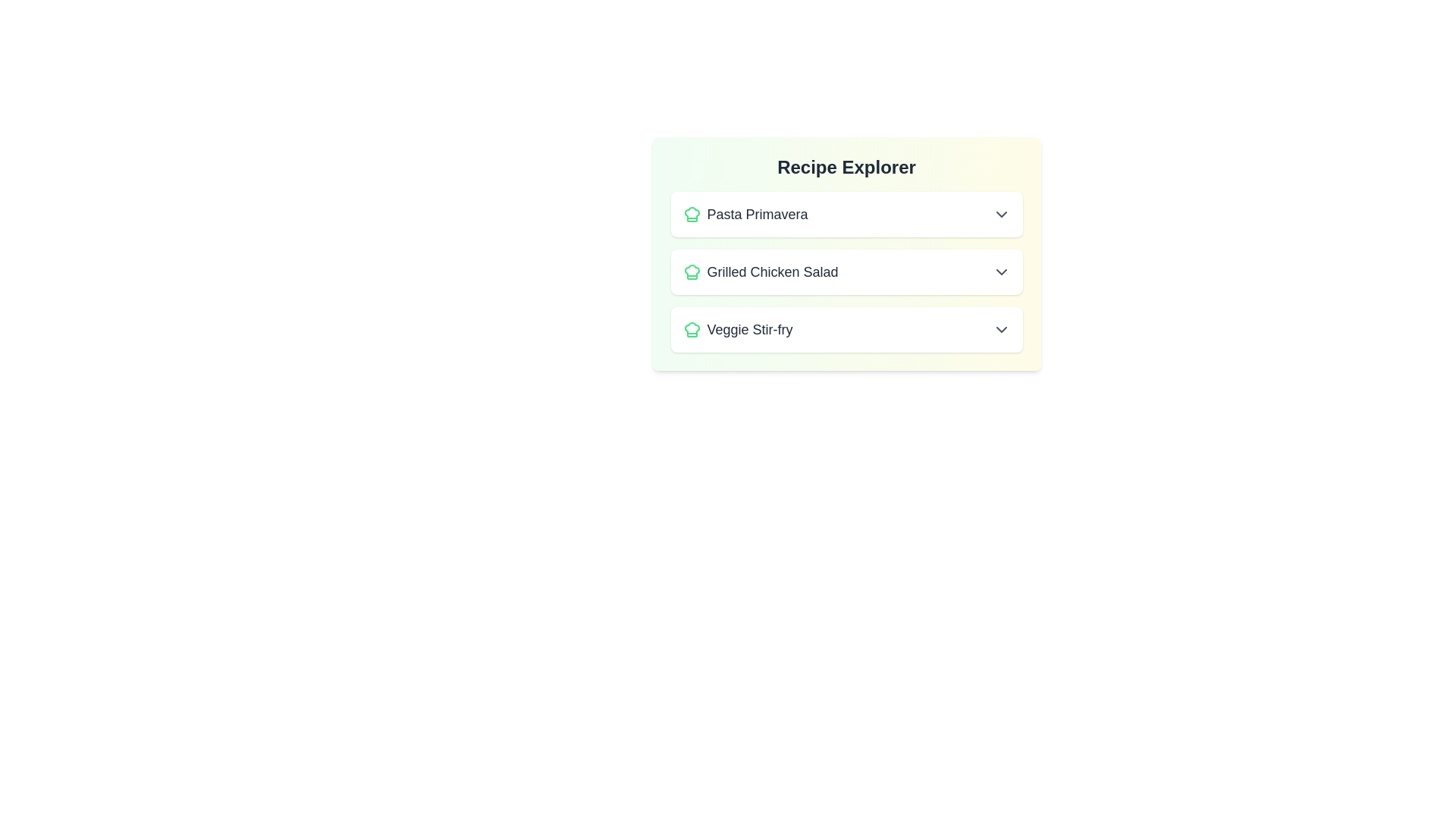  I want to click on the icon associated with Veggie Stir-fry, so click(691, 329).